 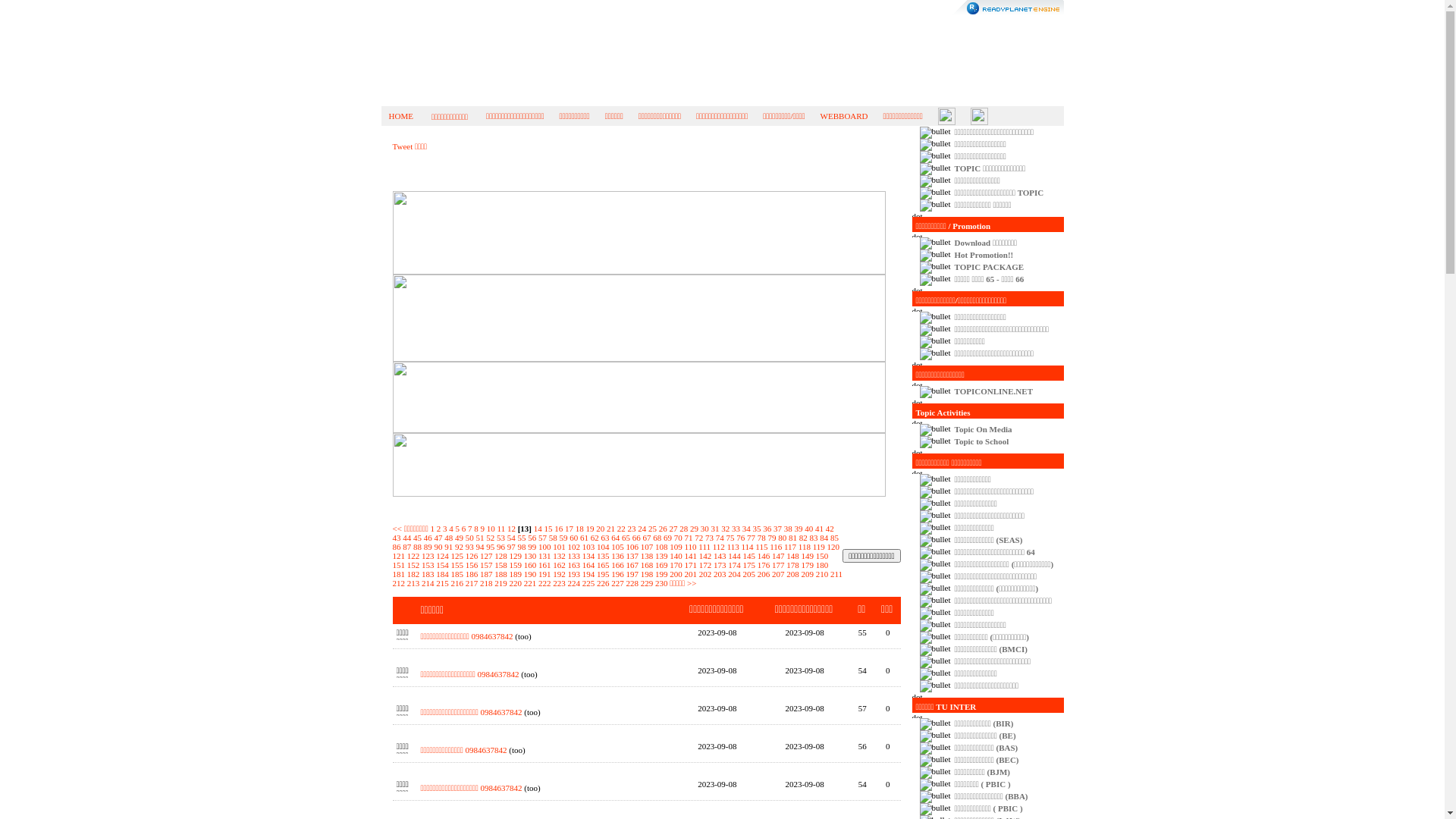 I want to click on '123', so click(x=427, y=555).